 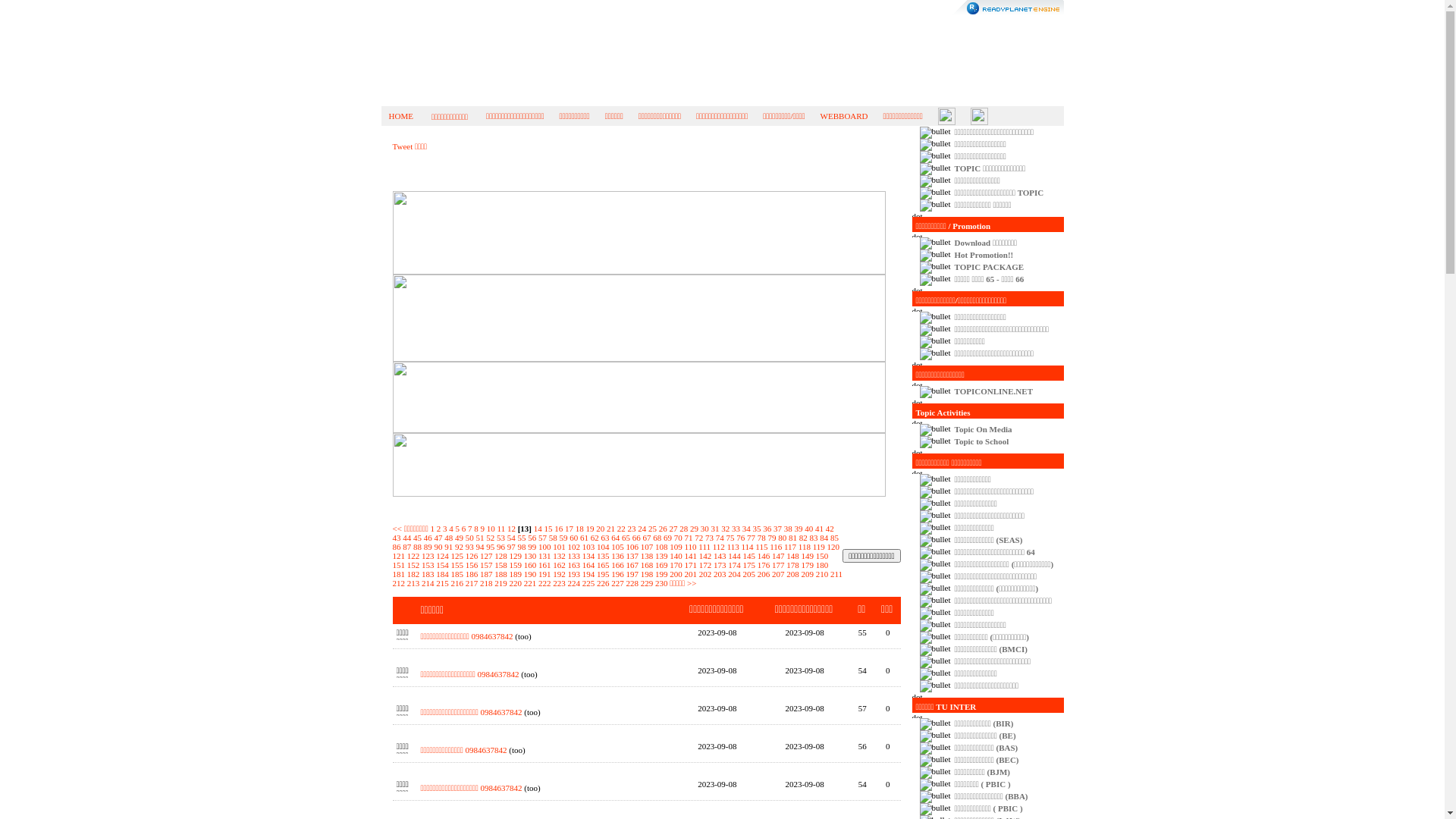 I want to click on '123', so click(x=427, y=555).